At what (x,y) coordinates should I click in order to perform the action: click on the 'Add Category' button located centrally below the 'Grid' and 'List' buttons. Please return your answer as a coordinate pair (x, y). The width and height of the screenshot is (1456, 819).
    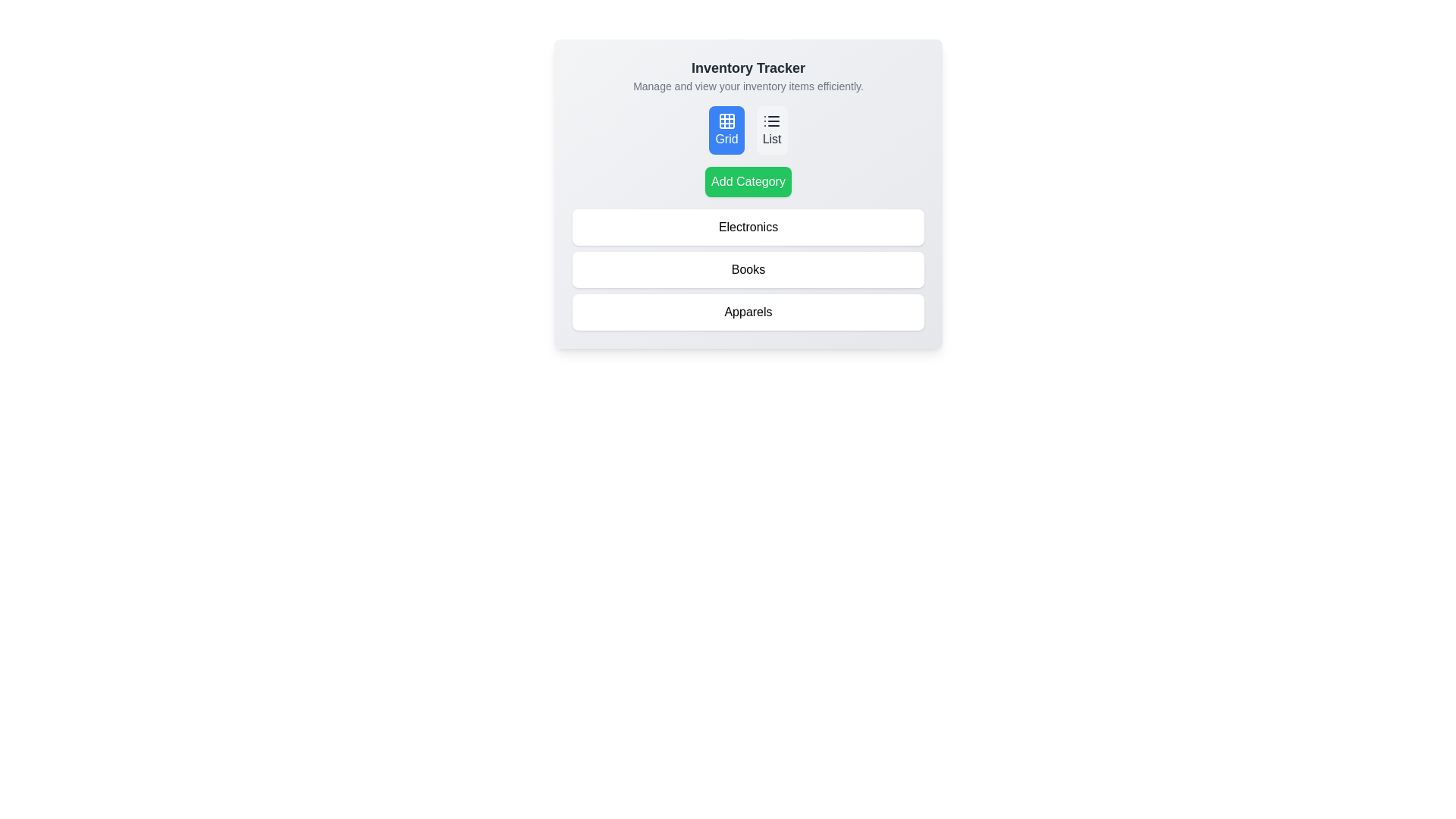
    Looking at the image, I should click on (748, 180).